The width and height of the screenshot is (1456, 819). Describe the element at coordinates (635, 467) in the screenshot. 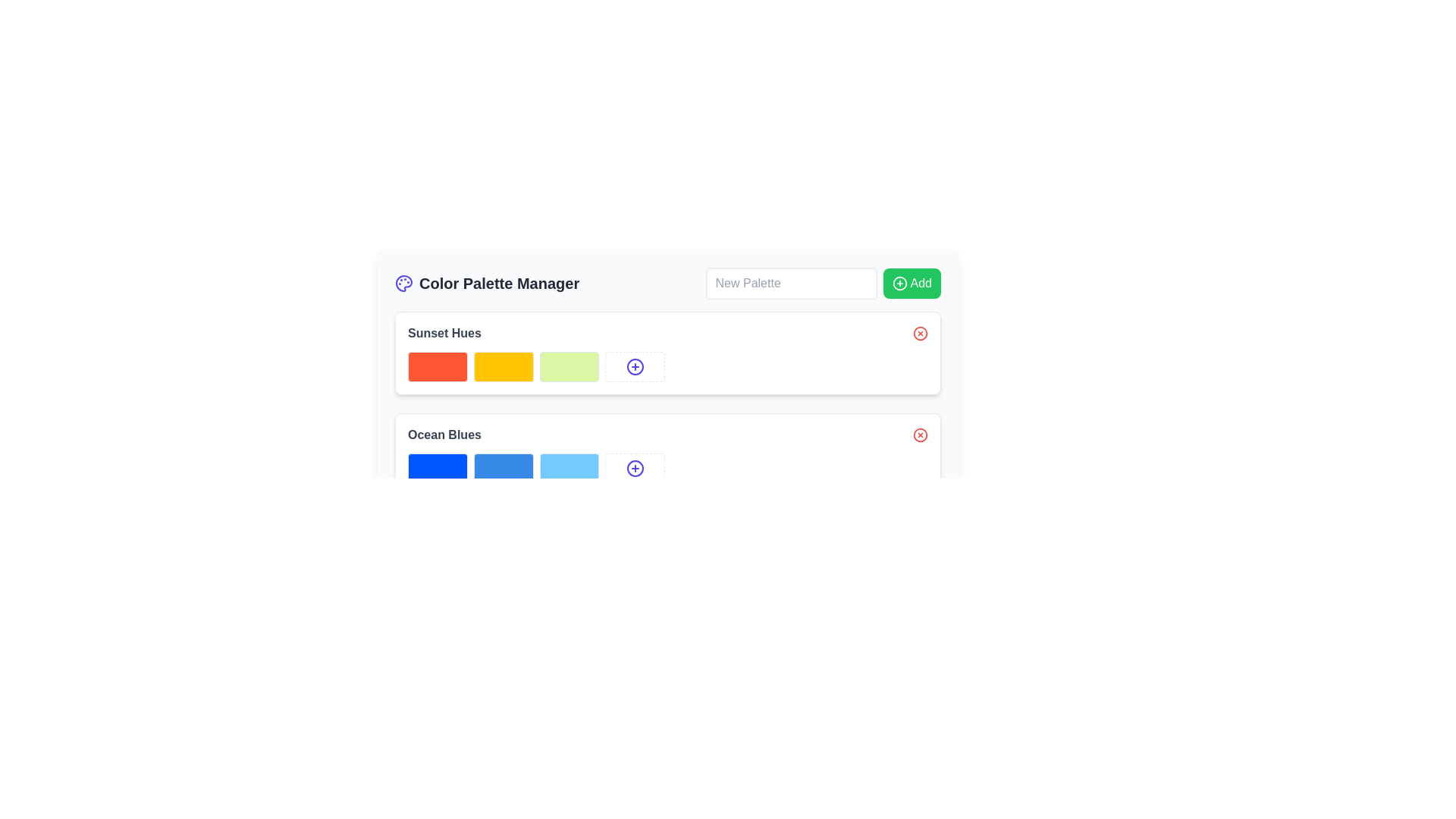

I see `SVG circle element that represents the '+' icon for adding new items or palettes to the list, located in the lower right section of the 'Ocean Blues' palette group` at that location.